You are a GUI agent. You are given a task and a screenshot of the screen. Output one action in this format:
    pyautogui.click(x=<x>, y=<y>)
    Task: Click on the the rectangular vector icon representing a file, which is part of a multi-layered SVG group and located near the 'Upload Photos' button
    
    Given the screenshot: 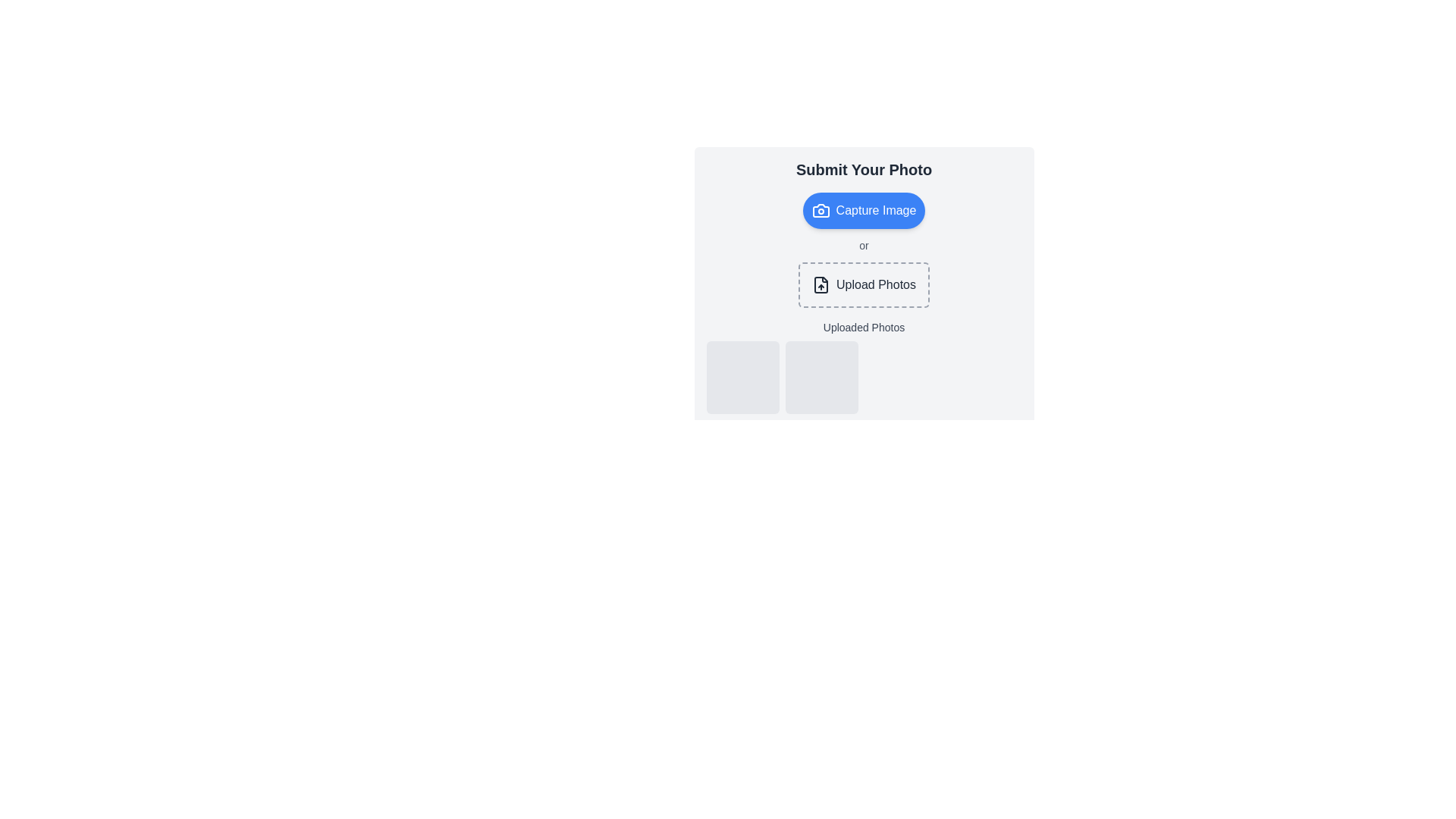 What is the action you would take?
    pyautogui.click(x=821, y=284)
    